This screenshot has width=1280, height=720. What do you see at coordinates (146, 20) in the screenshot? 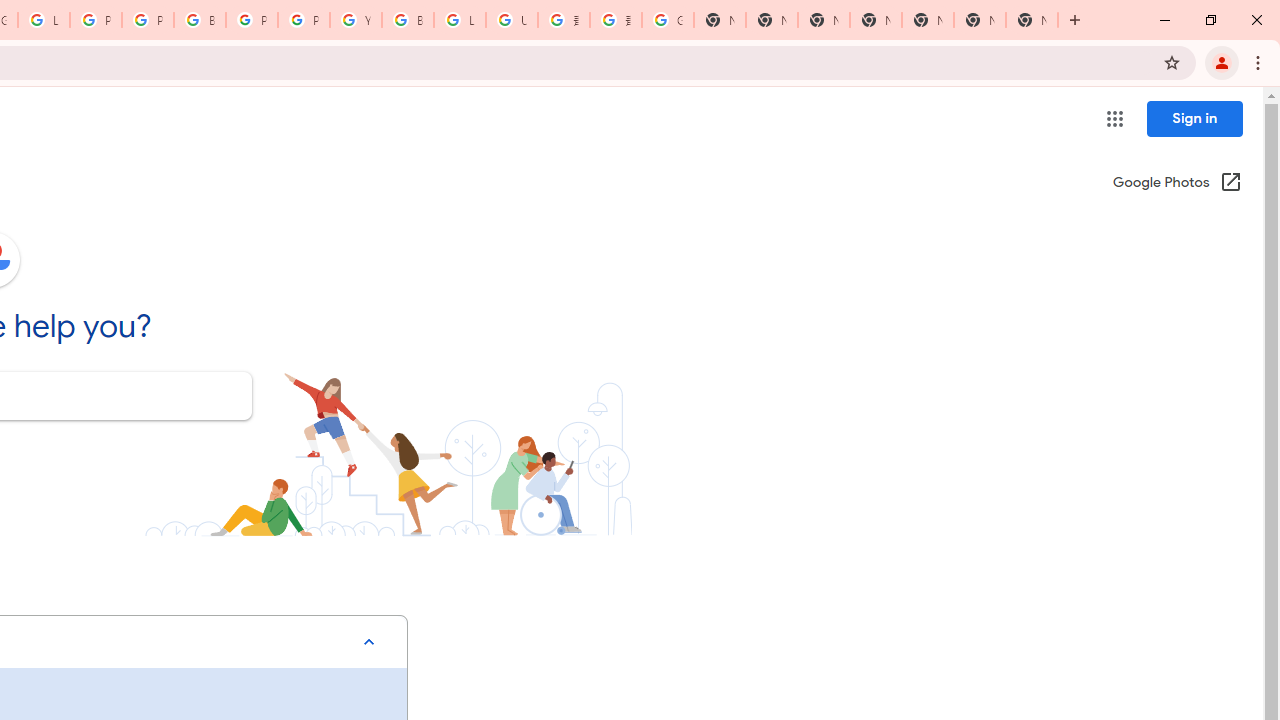
I see `'Privacy Help Center - Policies Help'` at bounding box center [146, 20].